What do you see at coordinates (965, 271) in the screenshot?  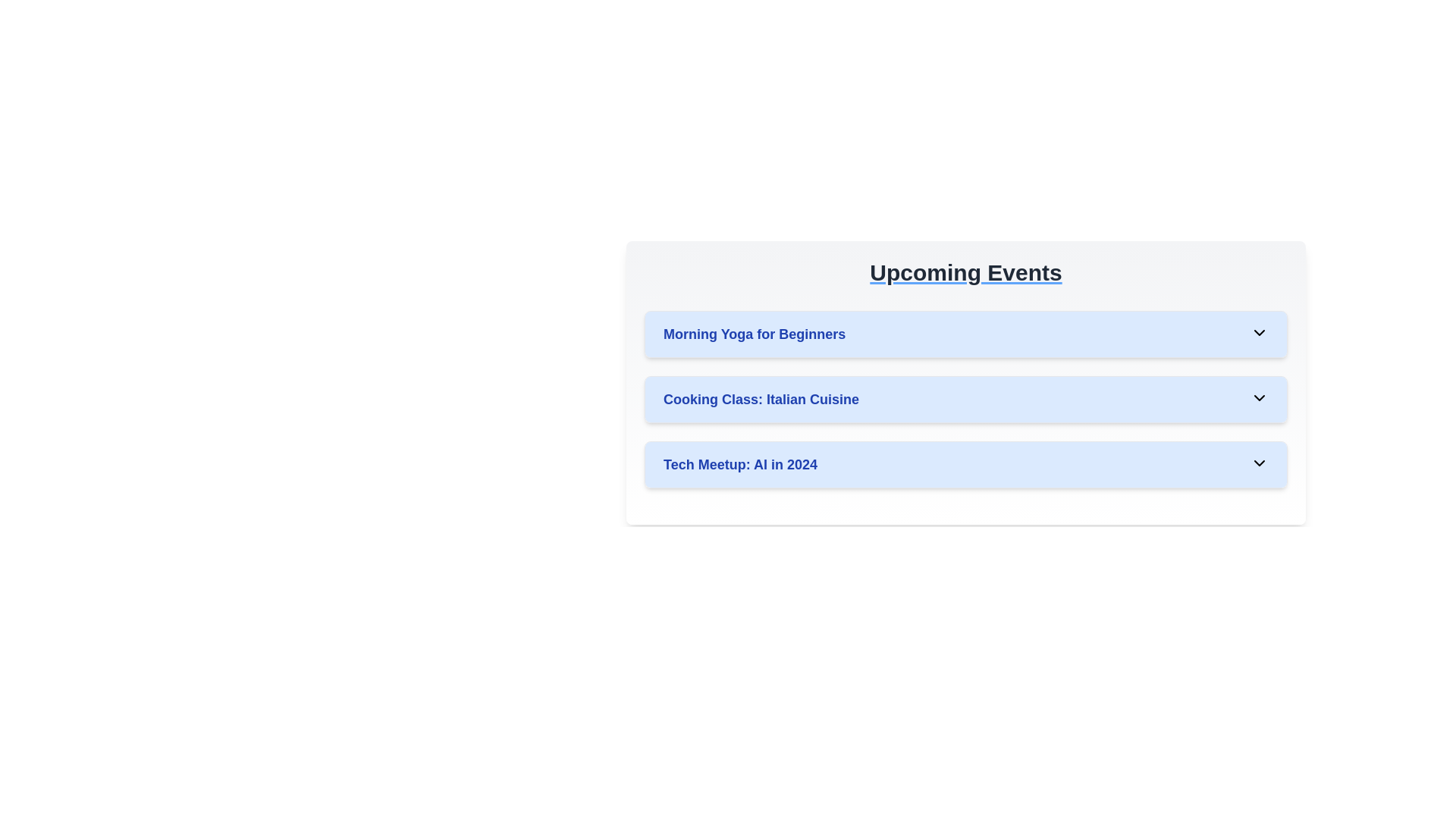 I see `the 'Upcoming Events' header text, which is the first heading in a card-styled section with a gradient background and rounded borders` at bounding box center [965, 271].